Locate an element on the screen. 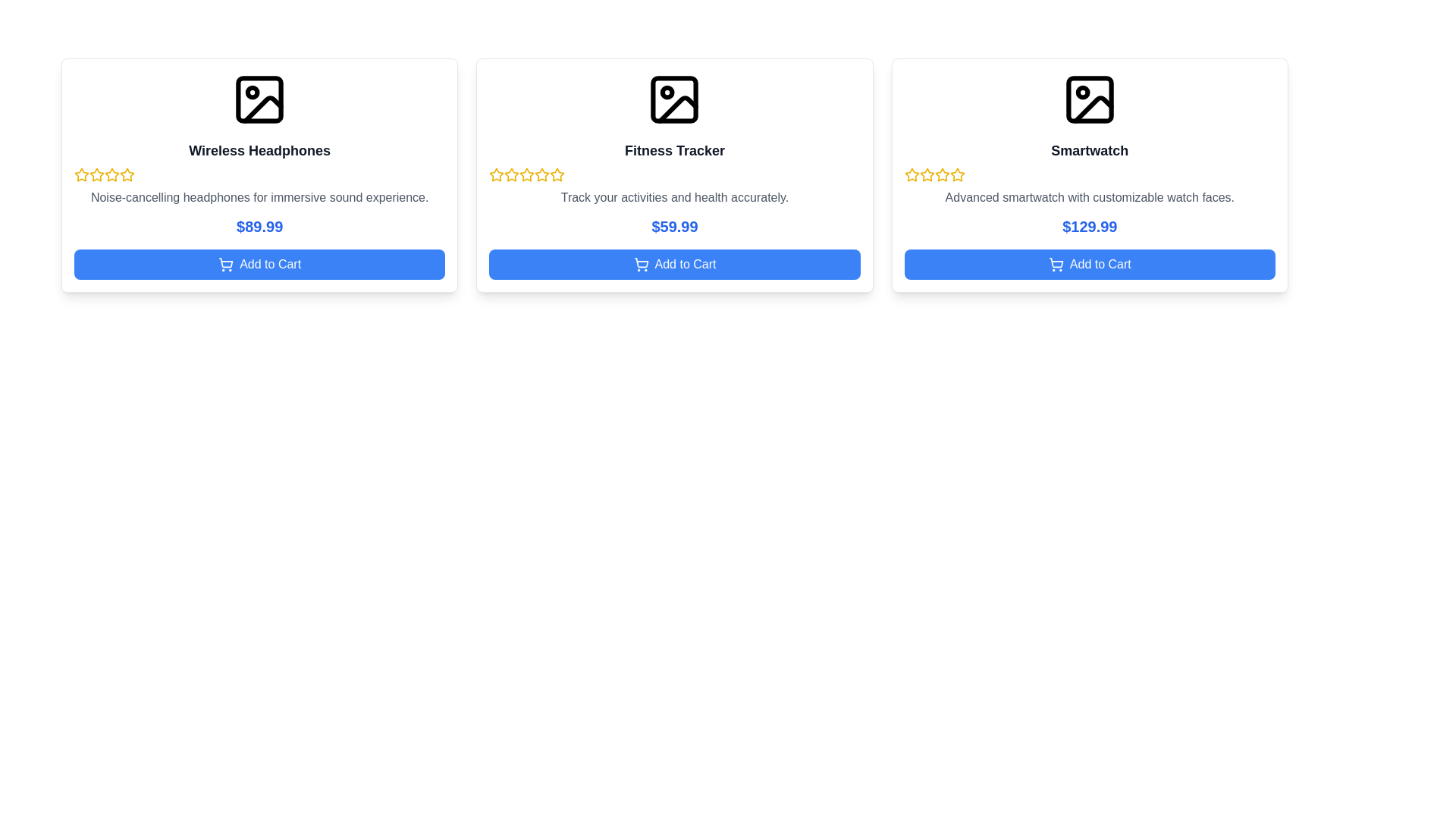 Image resolution: width=1456 pixels, height=819 pixels. the first yellow star icon in the rating component, located below the product title 'Wireless Headphones' is located at coordinates (96, 174).